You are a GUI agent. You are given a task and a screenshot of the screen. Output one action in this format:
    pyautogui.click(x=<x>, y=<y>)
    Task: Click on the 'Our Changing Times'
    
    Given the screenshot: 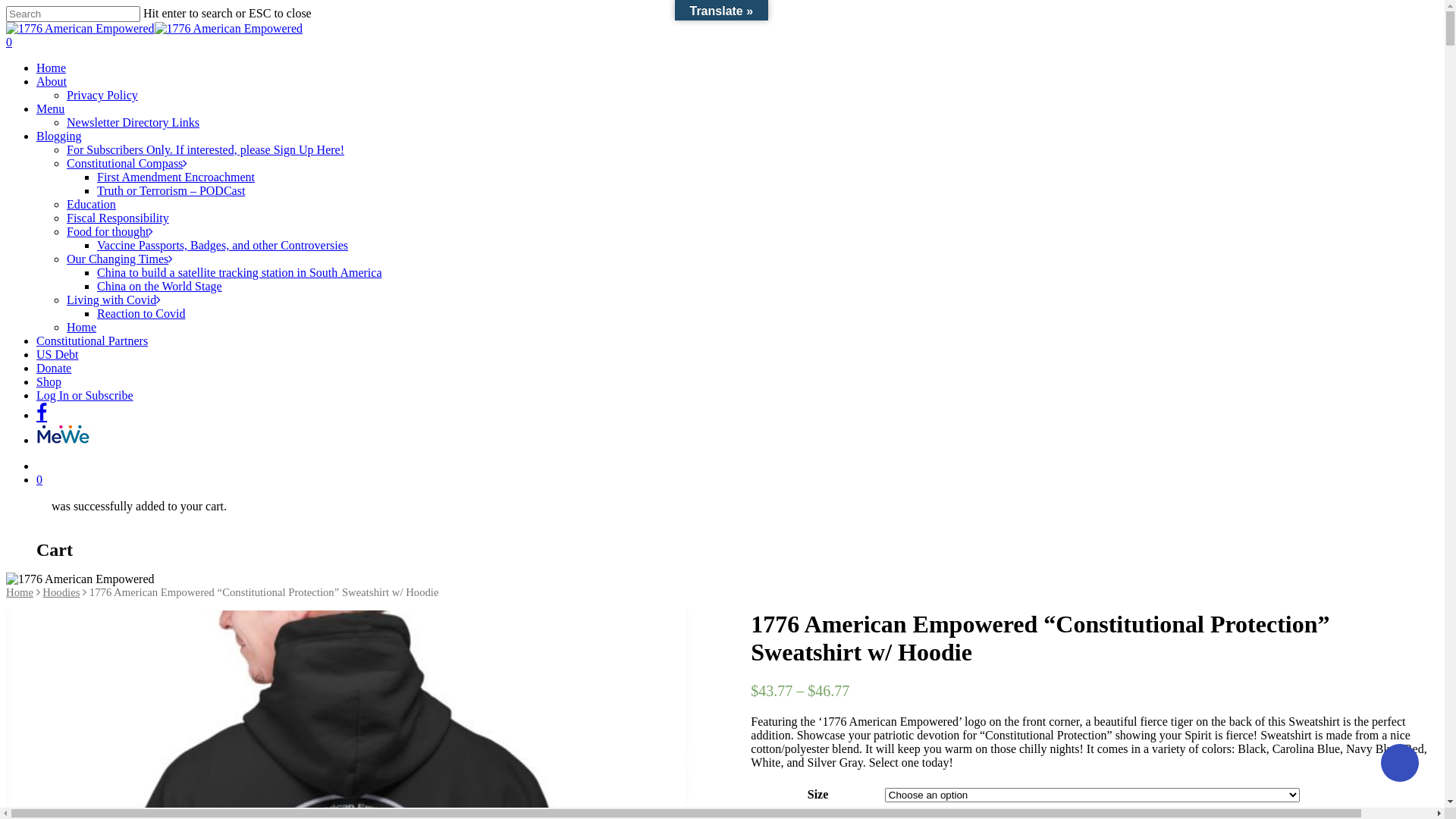 What is the action you would take?
    pyautogui.click(x=119, y=258)
    